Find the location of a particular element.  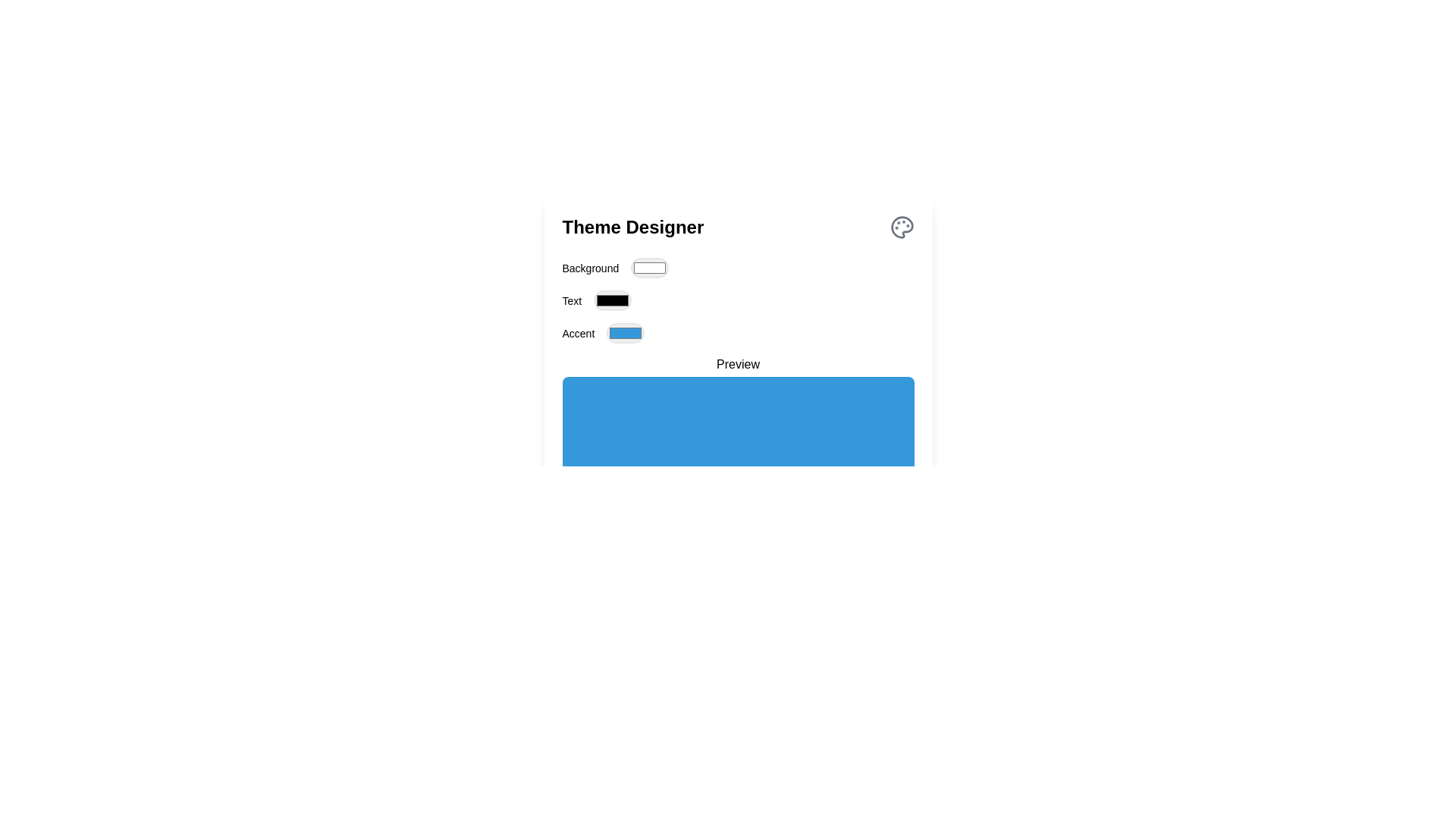

the theme customization icon located in the upper-right corner of the 'Theme Designer' section is located at coordinates (902, 227).